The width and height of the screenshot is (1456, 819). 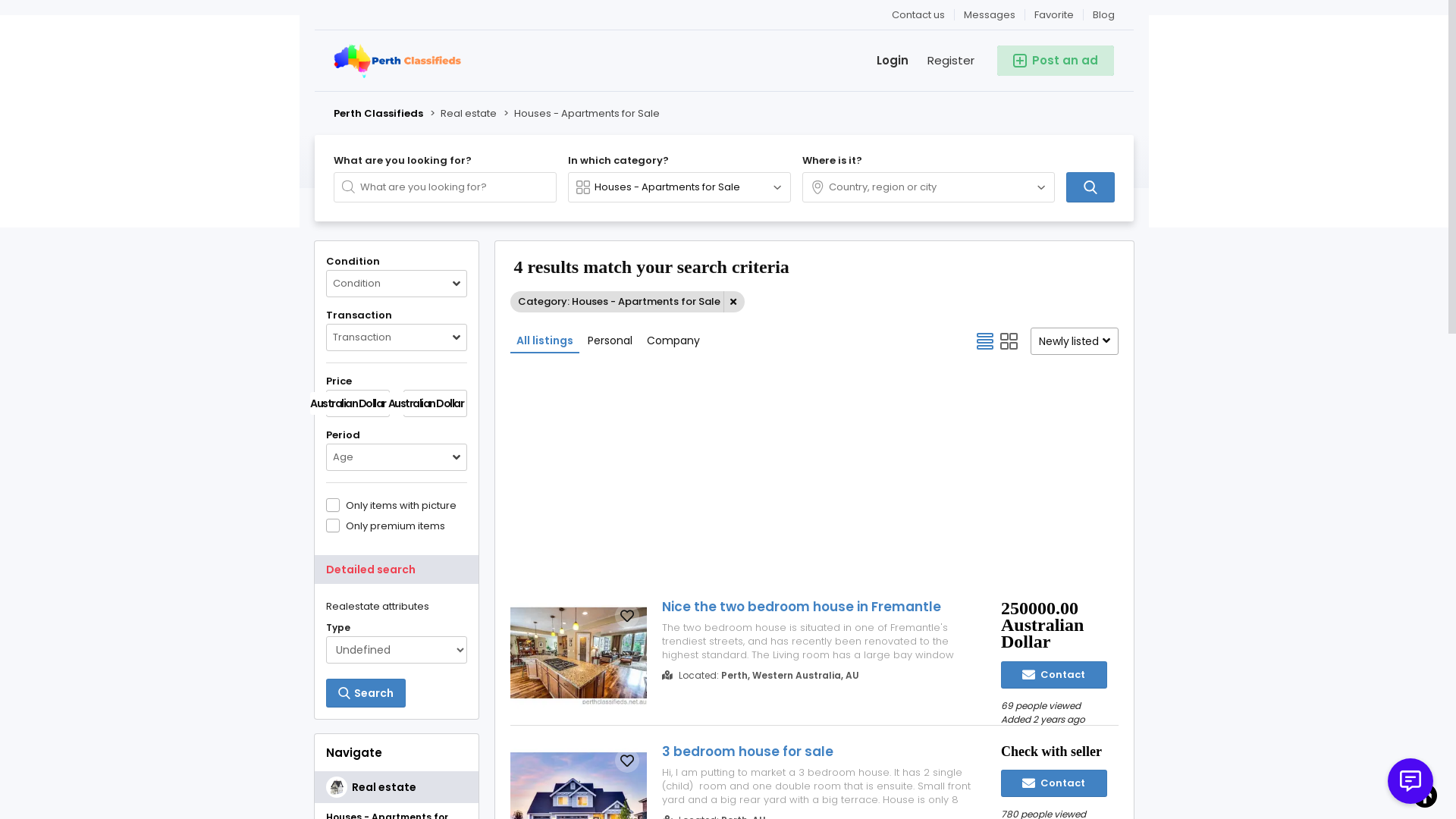 I want to click on 'Login', so click(x=883, y=60).